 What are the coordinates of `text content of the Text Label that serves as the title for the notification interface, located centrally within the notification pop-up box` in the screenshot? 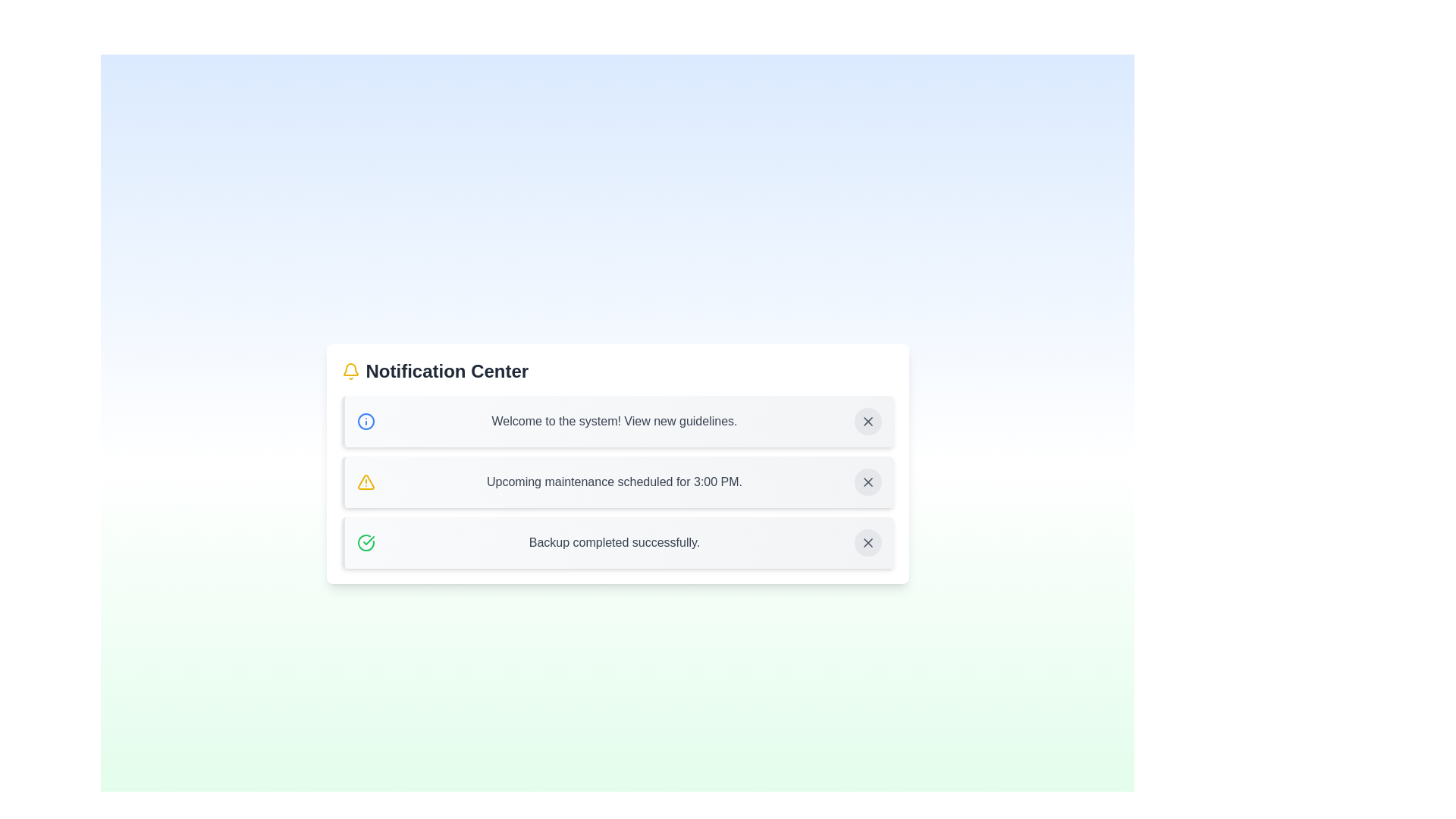 It's located at (446, 371).